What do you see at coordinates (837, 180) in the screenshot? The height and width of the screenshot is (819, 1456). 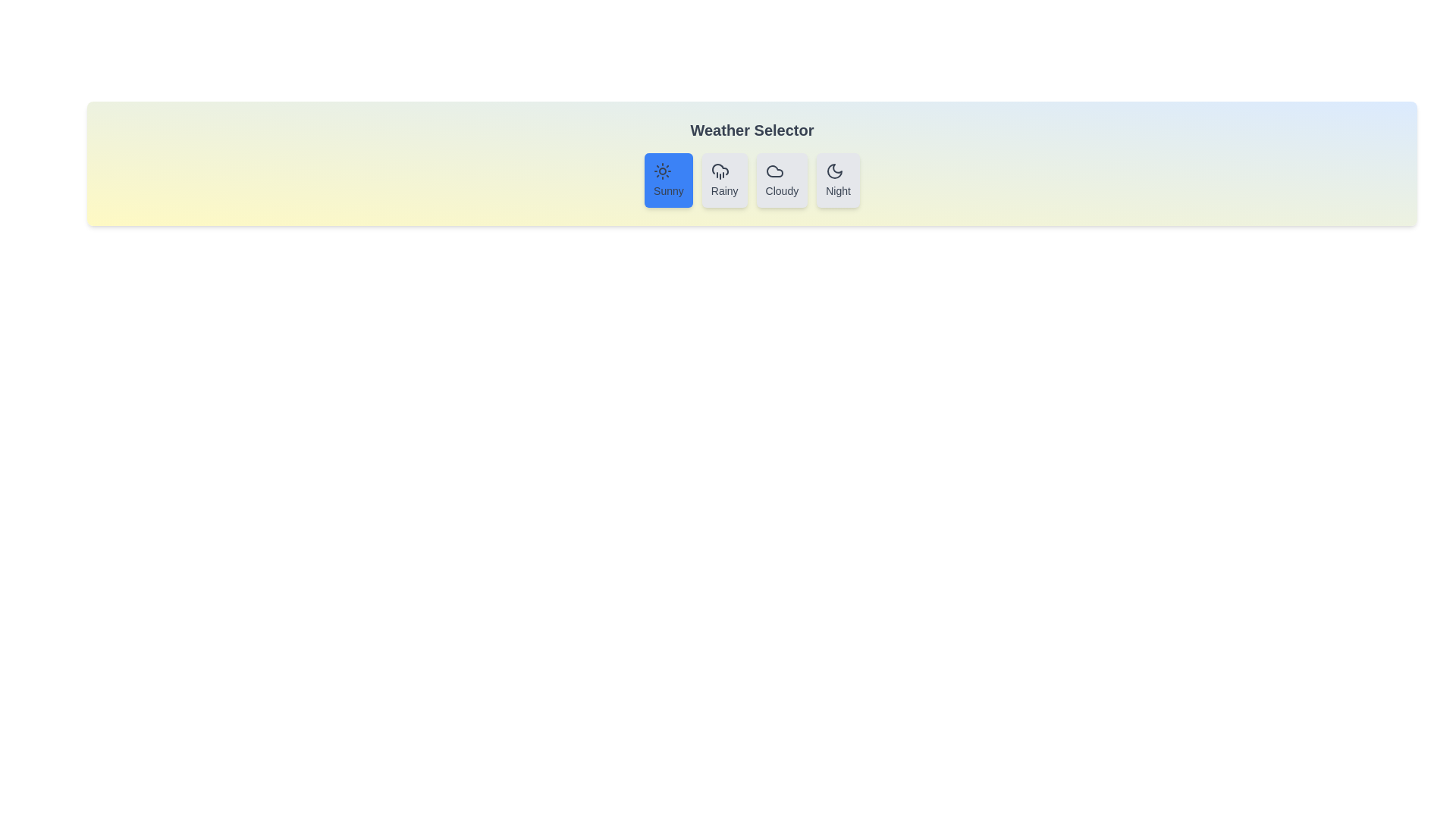 I see `the weather button labeled Night to experience the hover effect` at bounding box center [837, 180].